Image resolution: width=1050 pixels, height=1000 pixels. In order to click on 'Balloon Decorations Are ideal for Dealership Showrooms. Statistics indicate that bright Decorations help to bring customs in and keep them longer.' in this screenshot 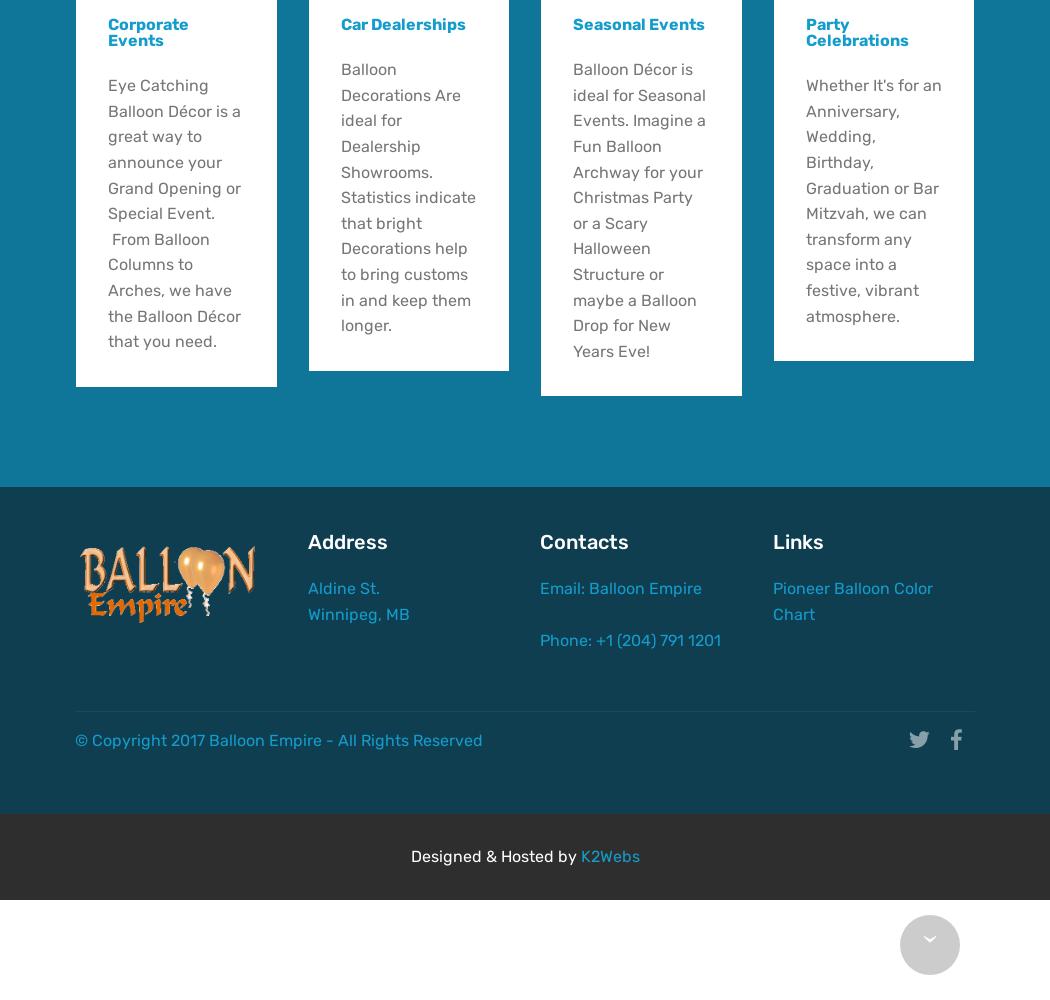, I will do `click(338, 196)`.